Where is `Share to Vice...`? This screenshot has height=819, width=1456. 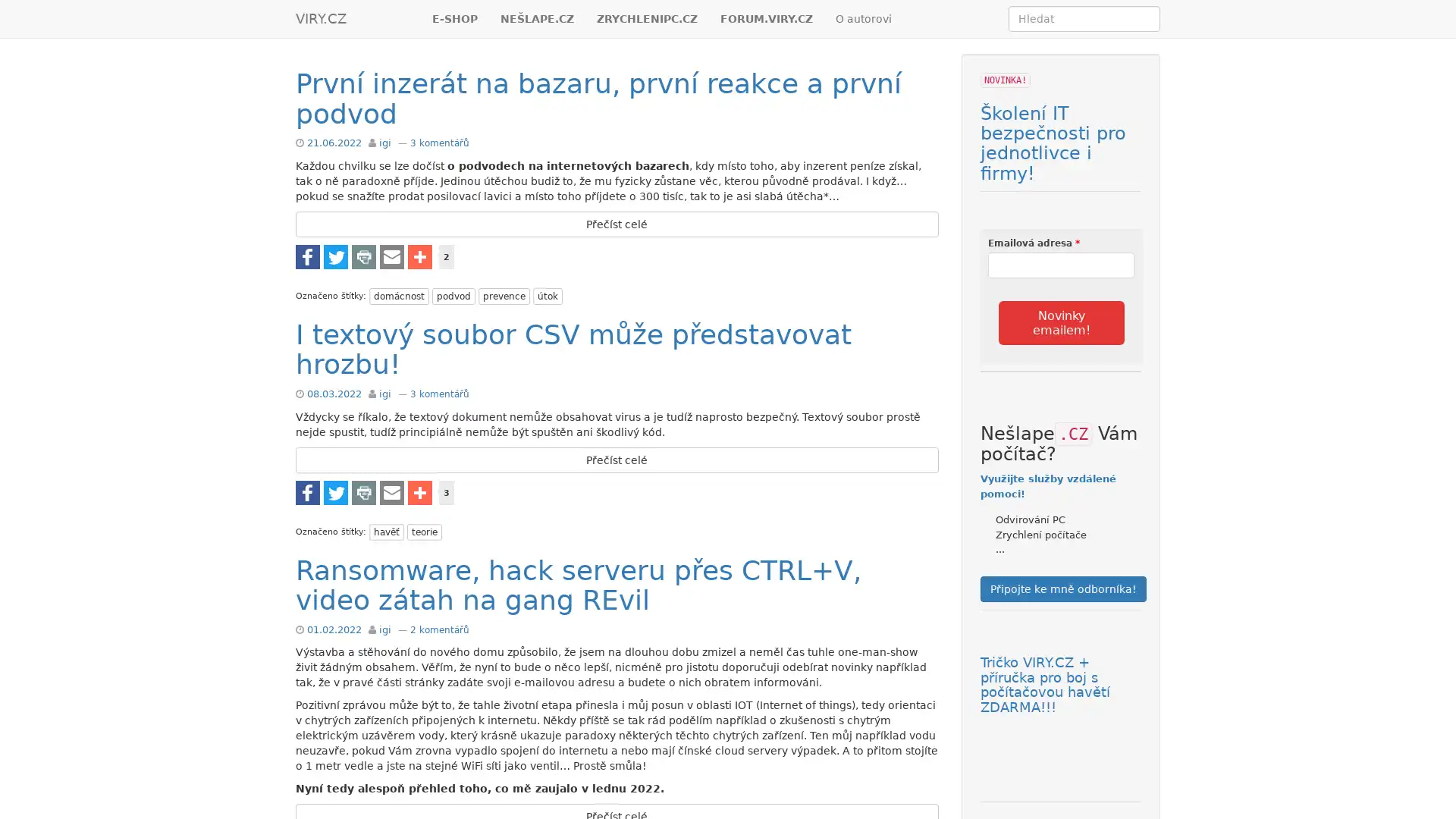
Share to Vice... is located at coordinates (419, 256).